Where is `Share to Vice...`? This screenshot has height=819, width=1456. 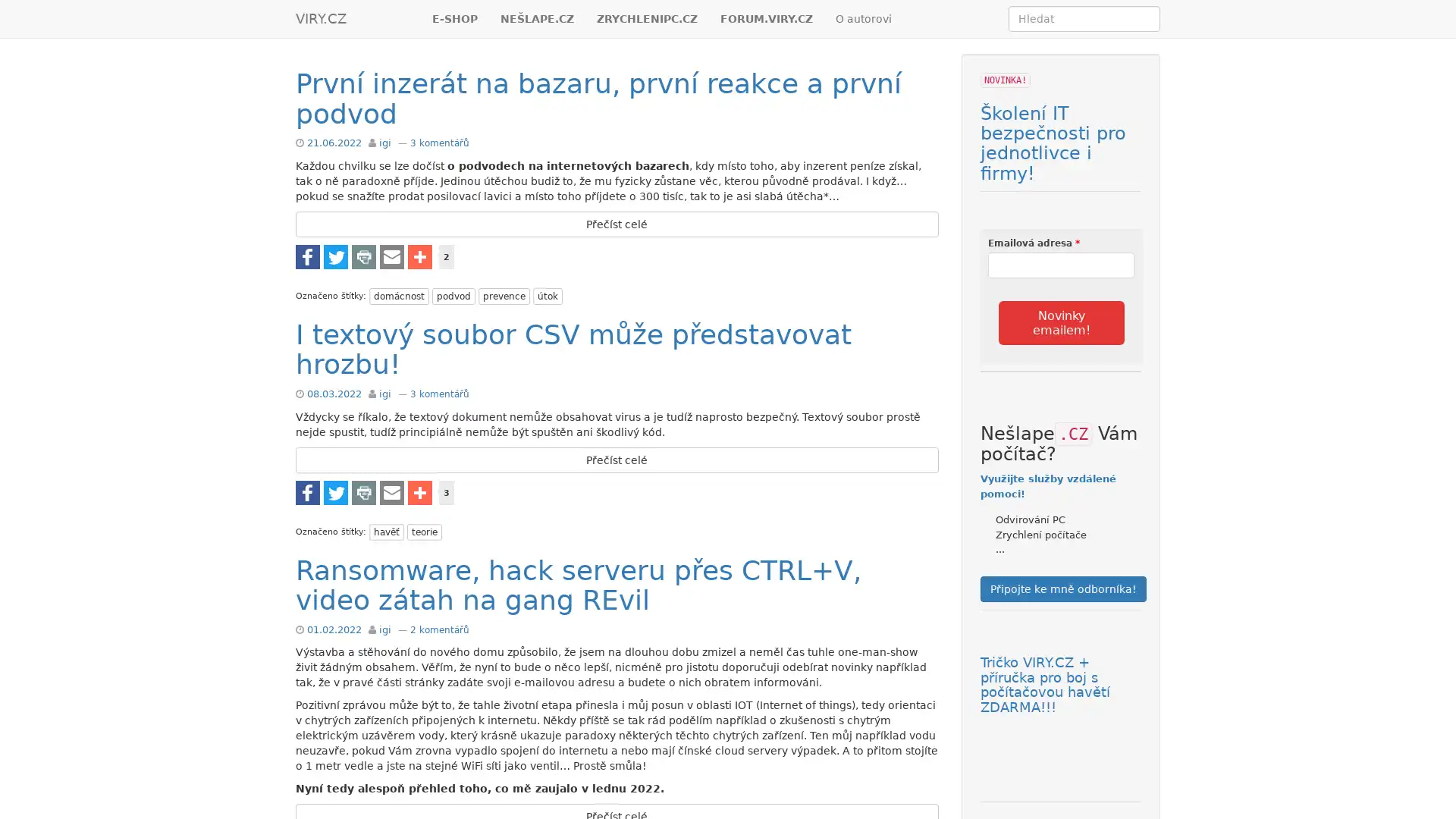
Share to Vice... is located at coordinates (419, 256).